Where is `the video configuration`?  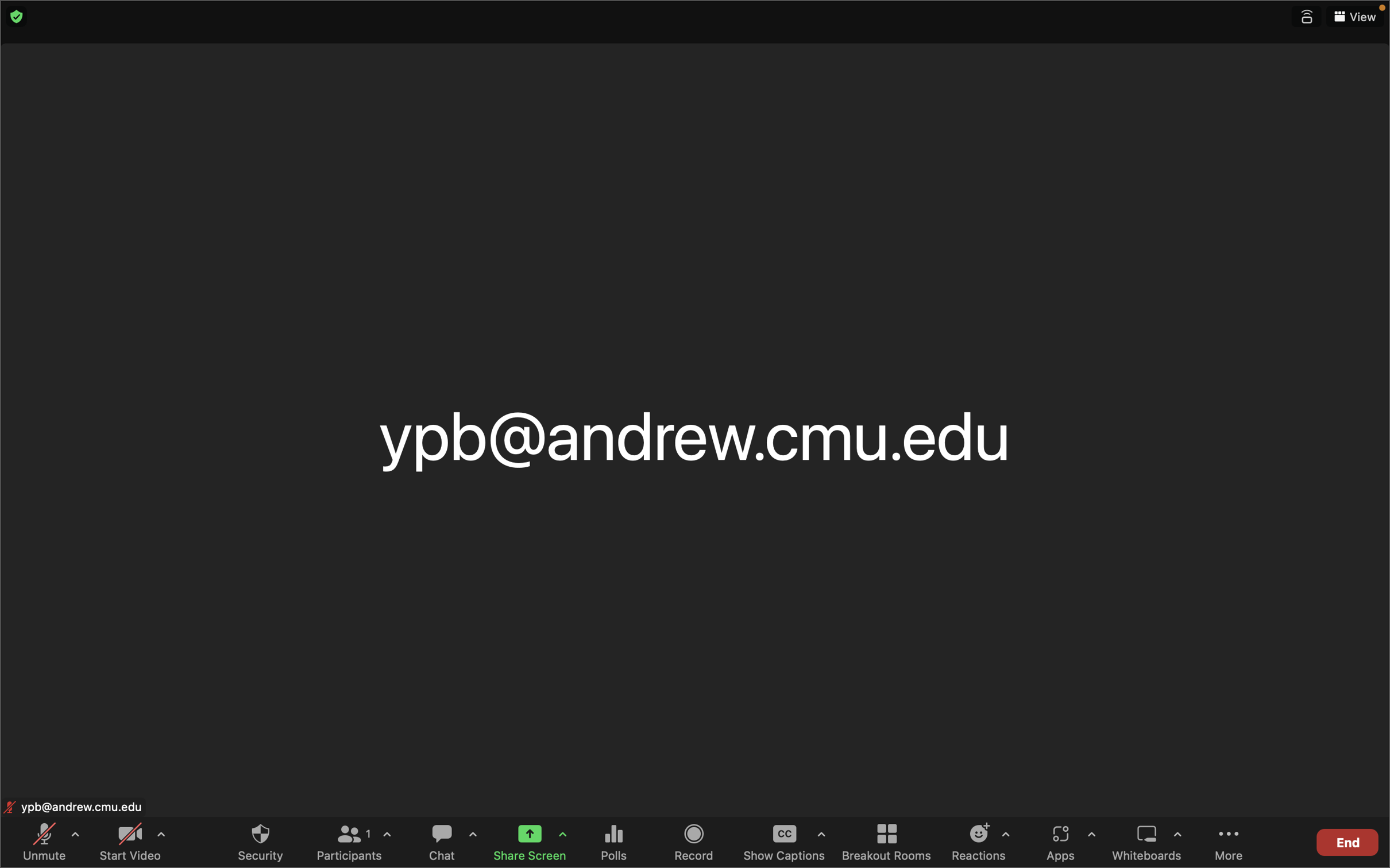
the video configuration is located at coordinates (160, 839).